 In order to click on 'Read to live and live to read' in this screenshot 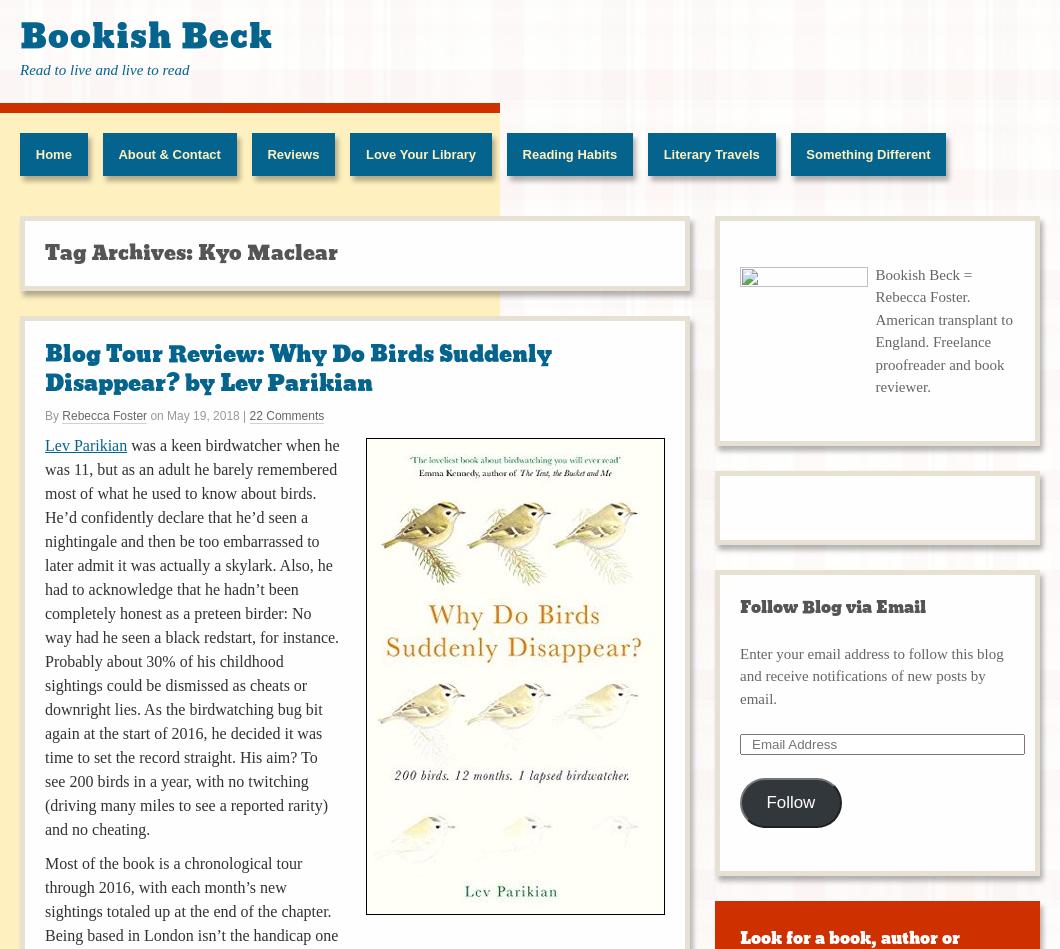, I will do `click(104, 70)`.